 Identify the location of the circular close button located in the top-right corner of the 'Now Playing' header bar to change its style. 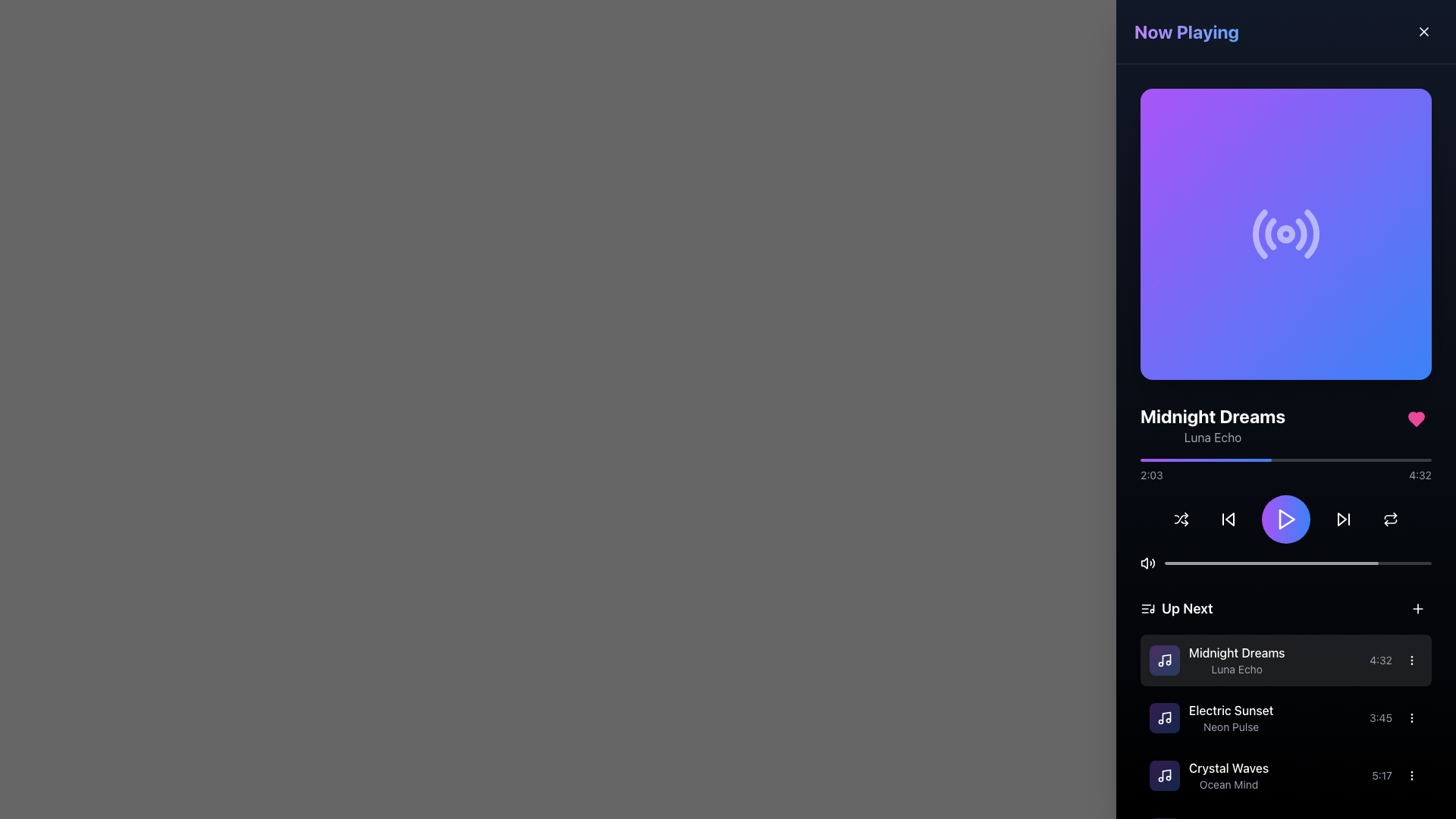
(1423, 32).